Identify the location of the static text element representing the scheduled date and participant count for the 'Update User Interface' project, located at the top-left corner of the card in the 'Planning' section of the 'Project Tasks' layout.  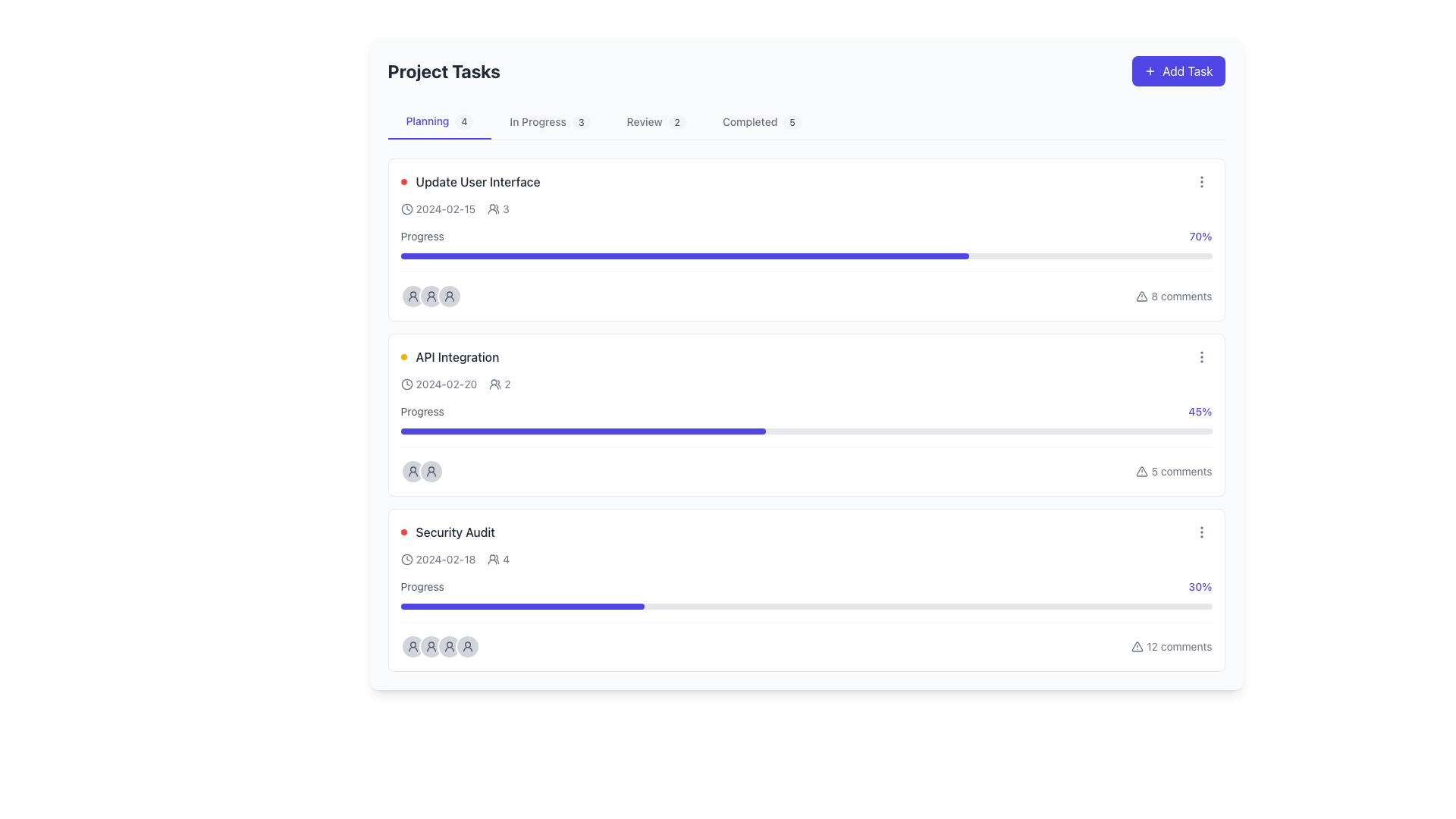
(454, 209).